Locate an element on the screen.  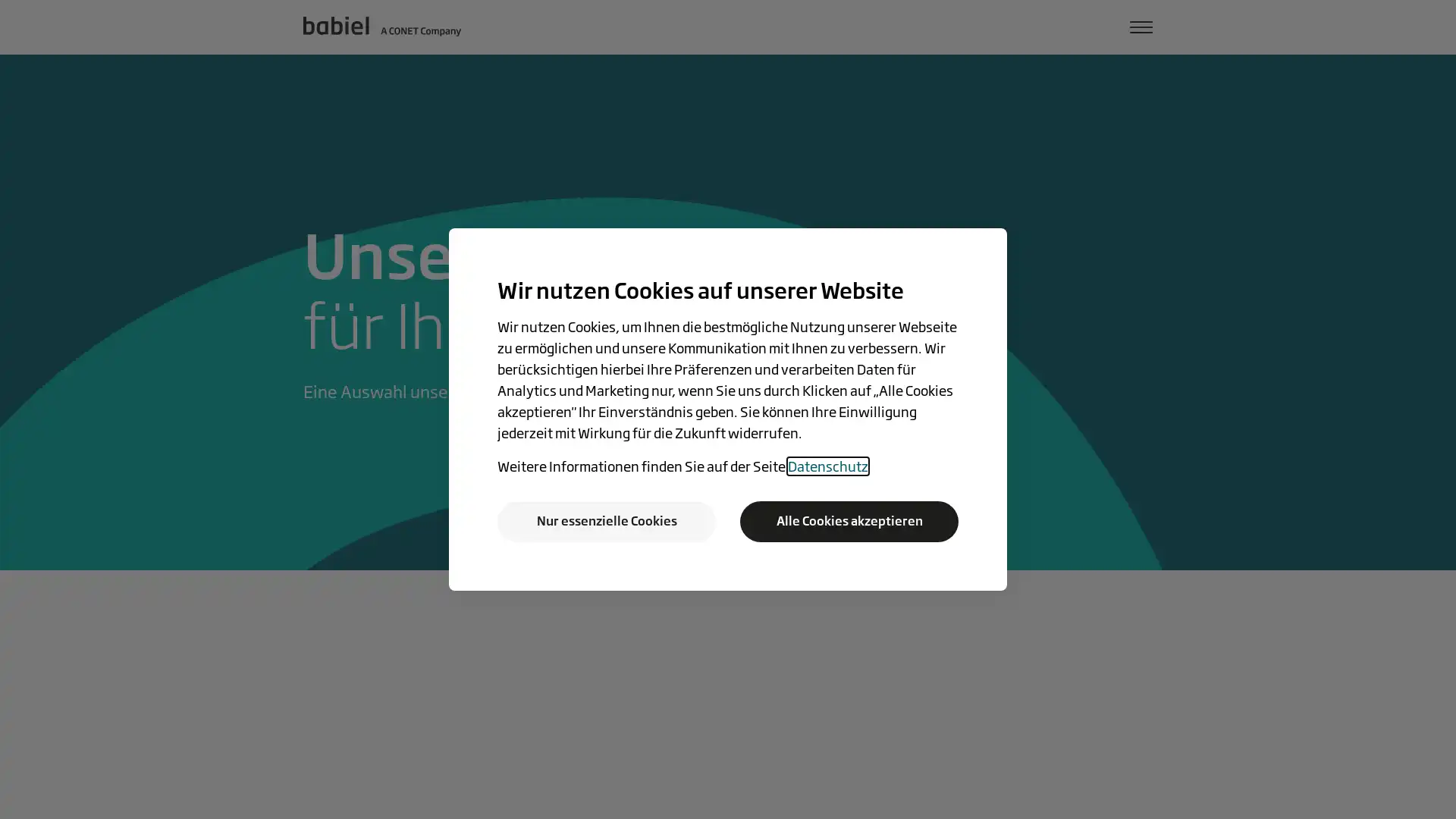
Alle Cookies akzeptieren is located at coordinates (848, 520).